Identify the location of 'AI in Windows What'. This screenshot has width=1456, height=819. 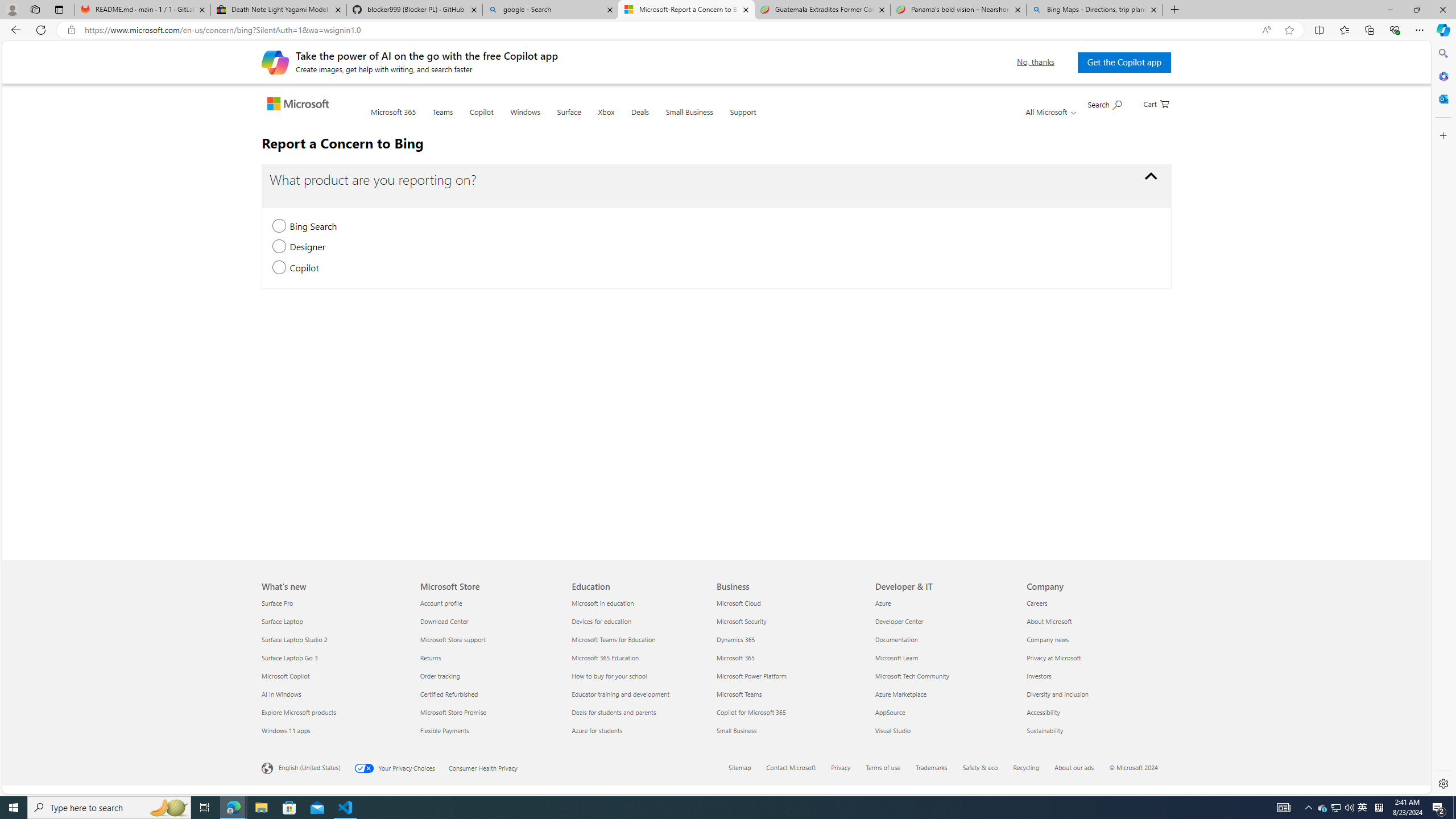
(281, 693).